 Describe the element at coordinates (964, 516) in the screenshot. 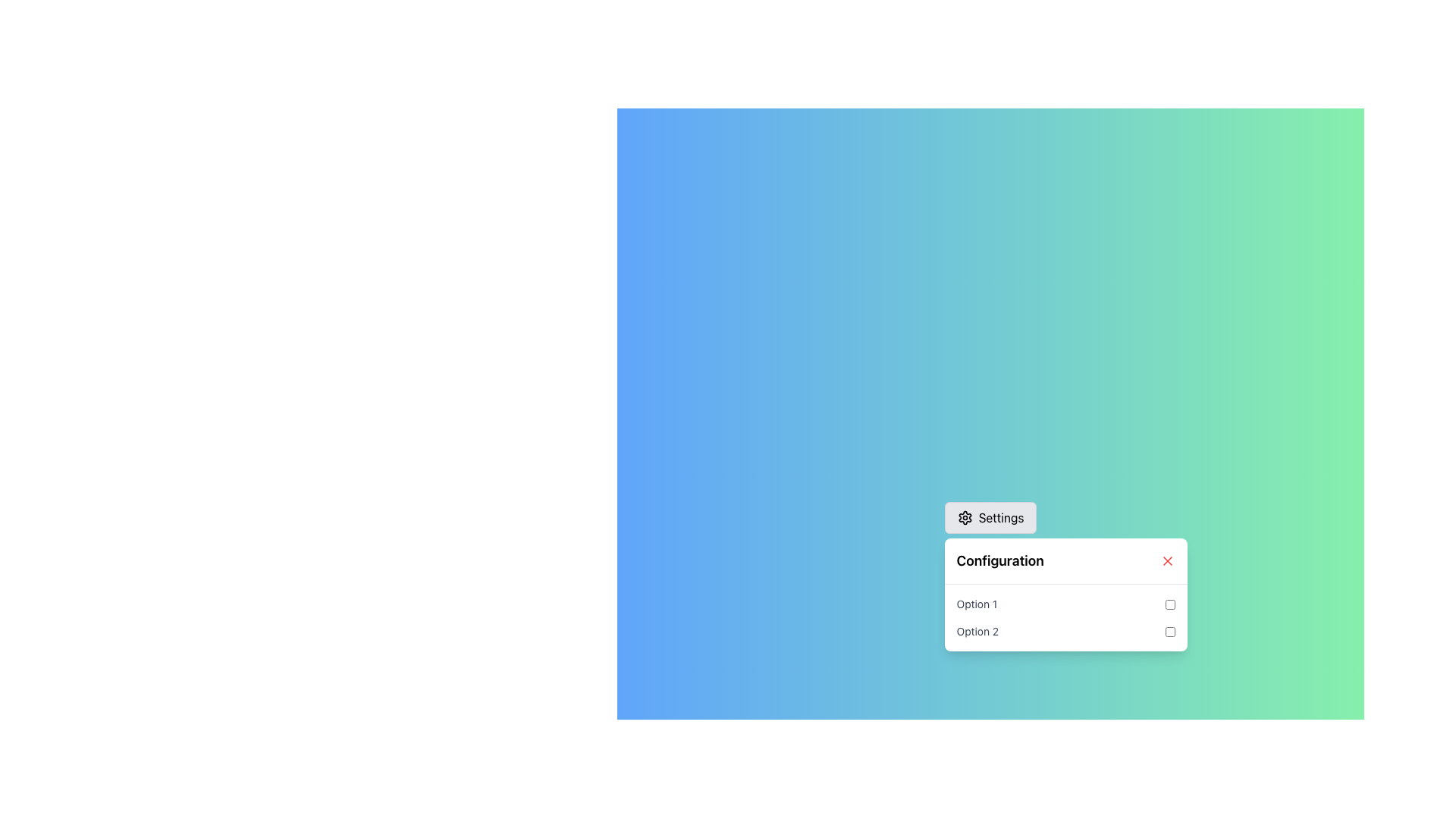

I see `the settings icon represented by the outer gear shape located at the top area of the card referencing configurations` at that location.